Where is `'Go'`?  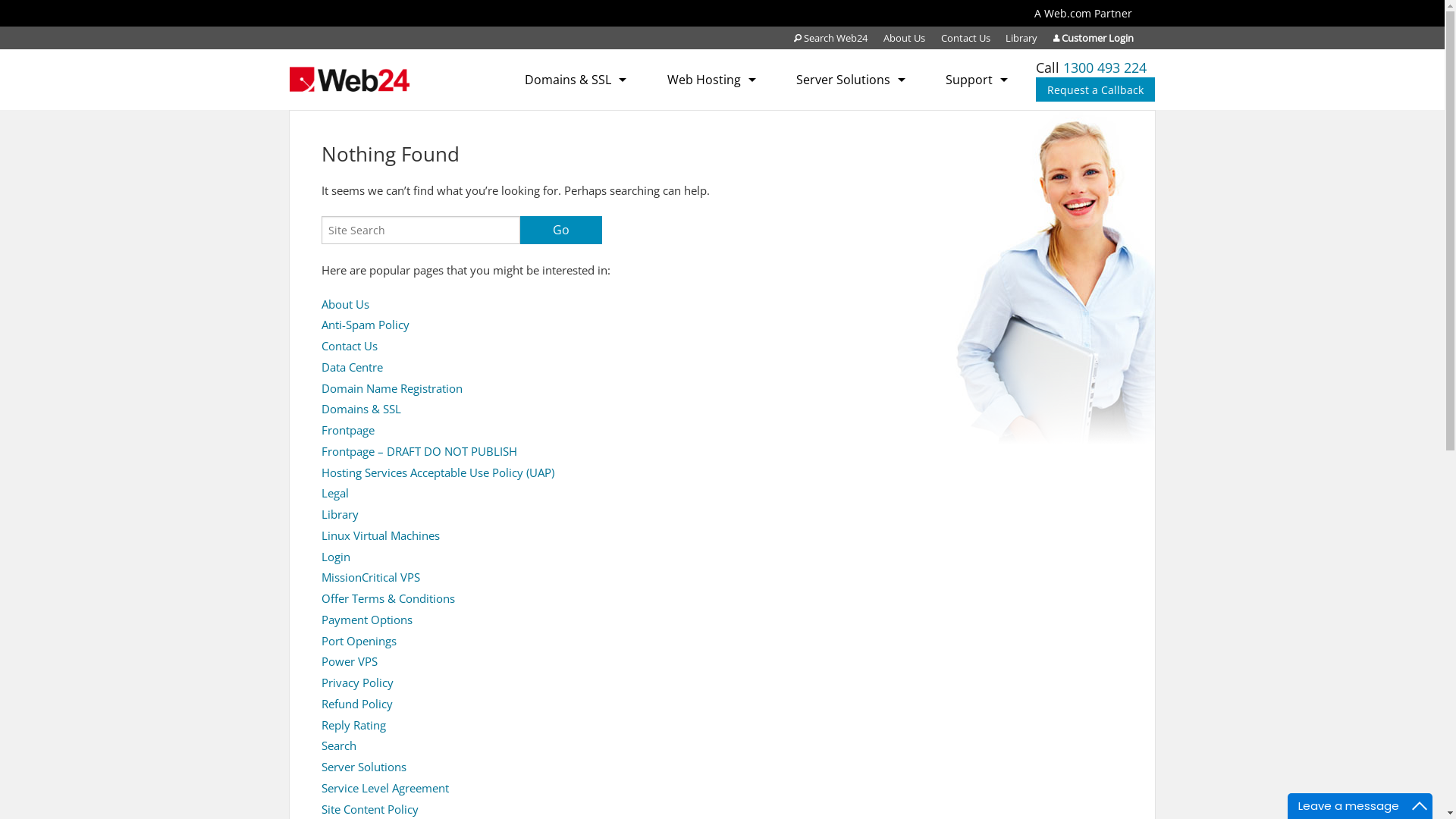 'Go' is located at coordinates (560, 230).